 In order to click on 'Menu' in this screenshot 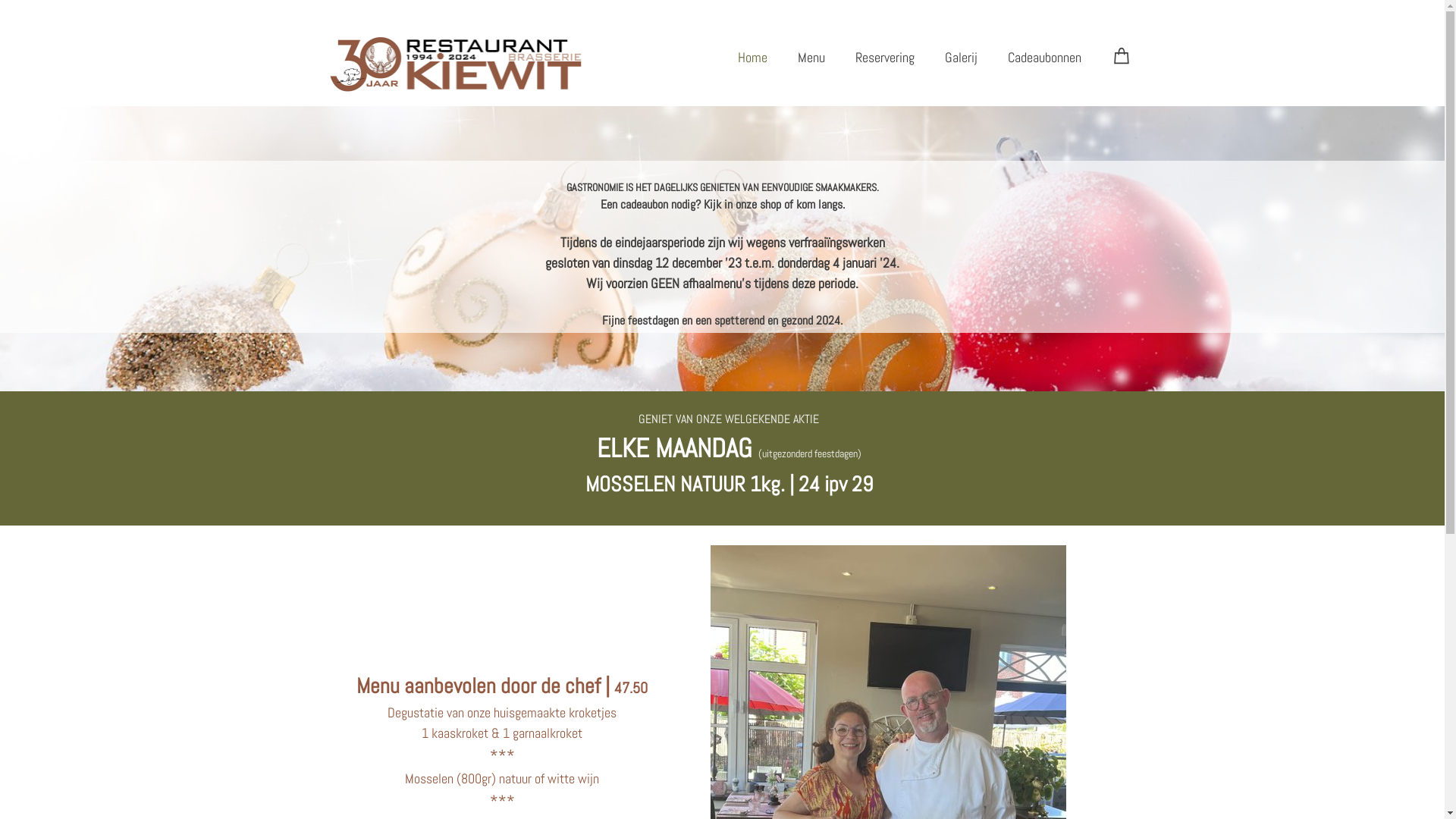, I will do `click(783, 56)`.